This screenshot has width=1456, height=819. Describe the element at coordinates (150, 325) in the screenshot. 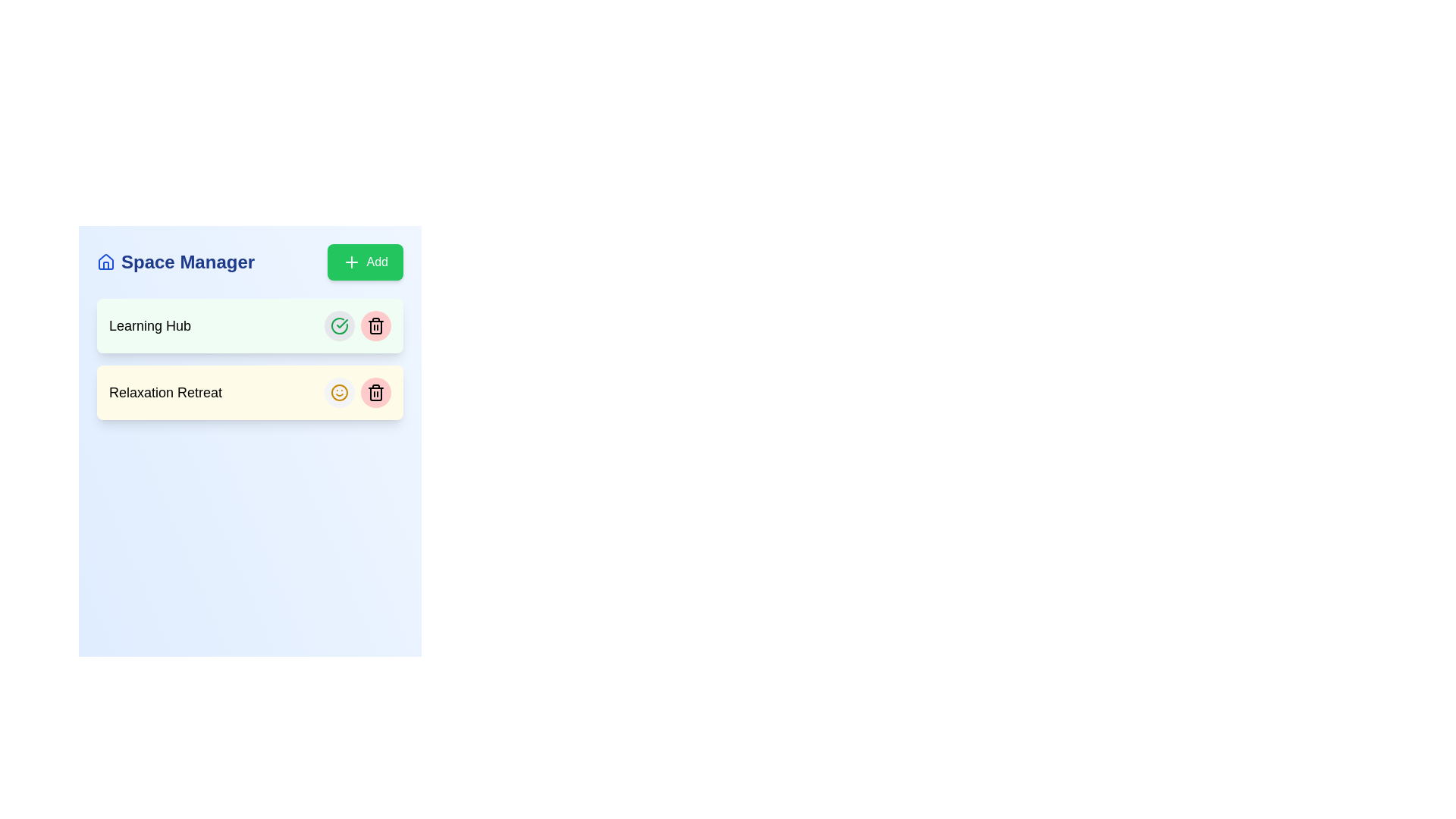

I see `text content of the label 'Learning Hub' located in the left portion of the card section under 'Space Manager'` at that location.